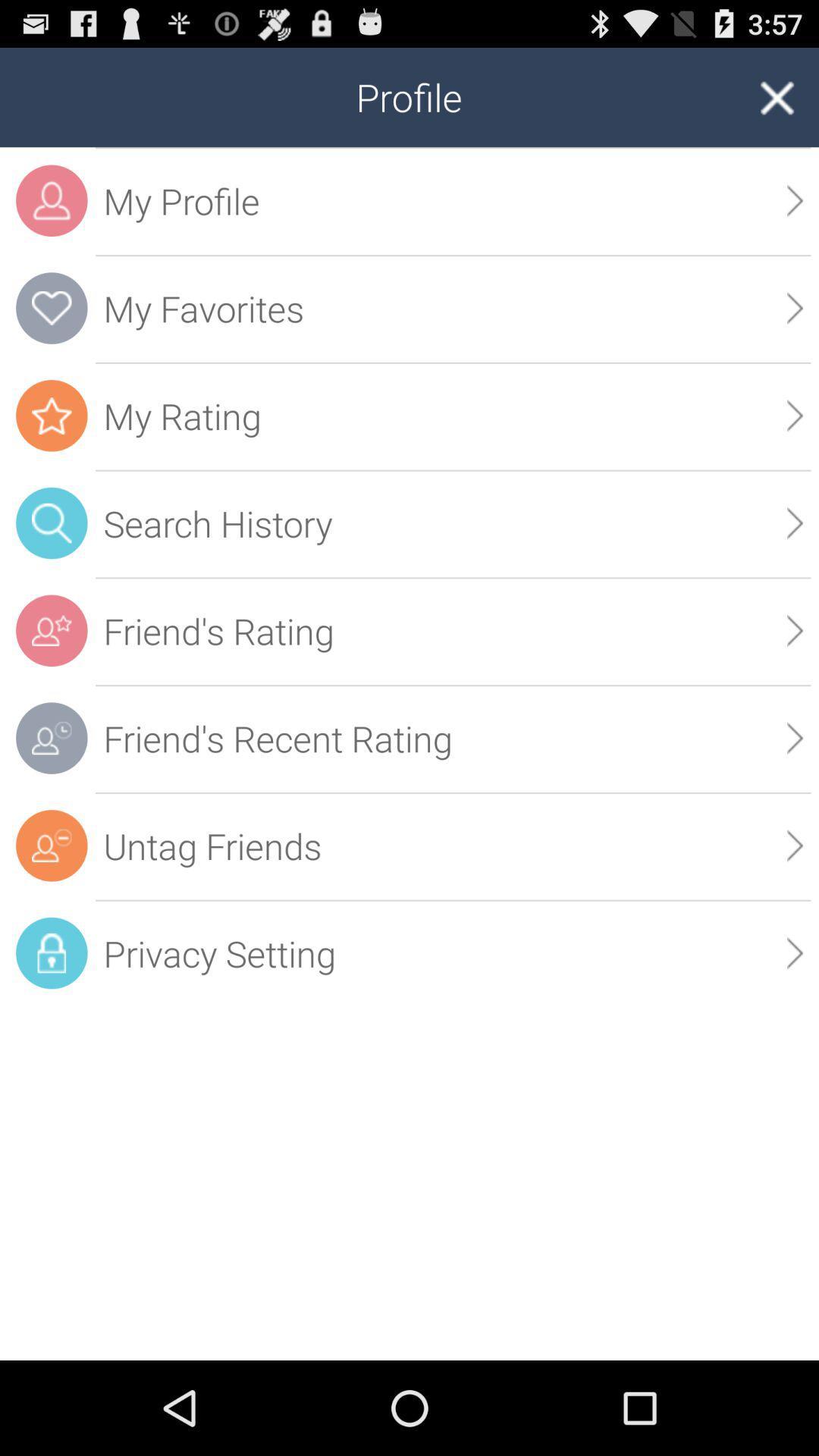 The image size is (819, 1456). What do you see at coordinates (452, 416) in the screenshot?
I see `the app below my favorites app` at bounding box center [452, 416].